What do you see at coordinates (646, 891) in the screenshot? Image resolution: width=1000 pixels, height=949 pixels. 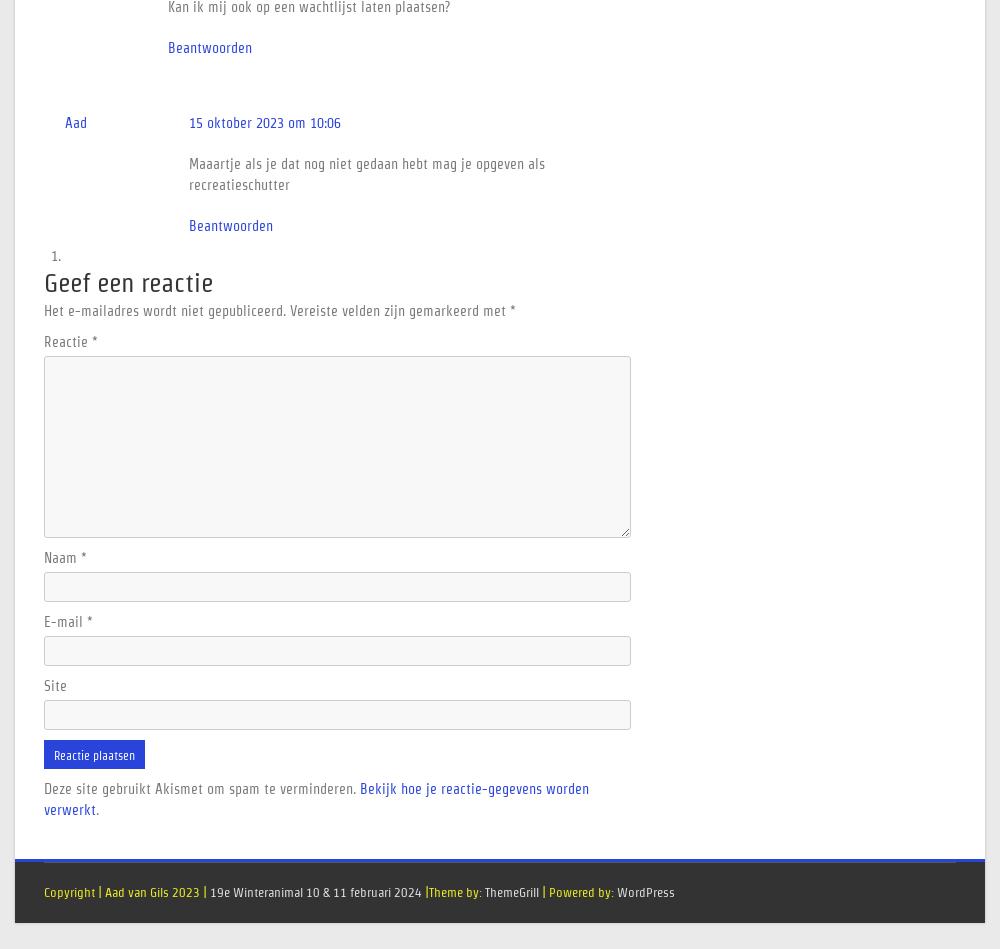 I see `'WordPress'` at bounding box center [646, 891].